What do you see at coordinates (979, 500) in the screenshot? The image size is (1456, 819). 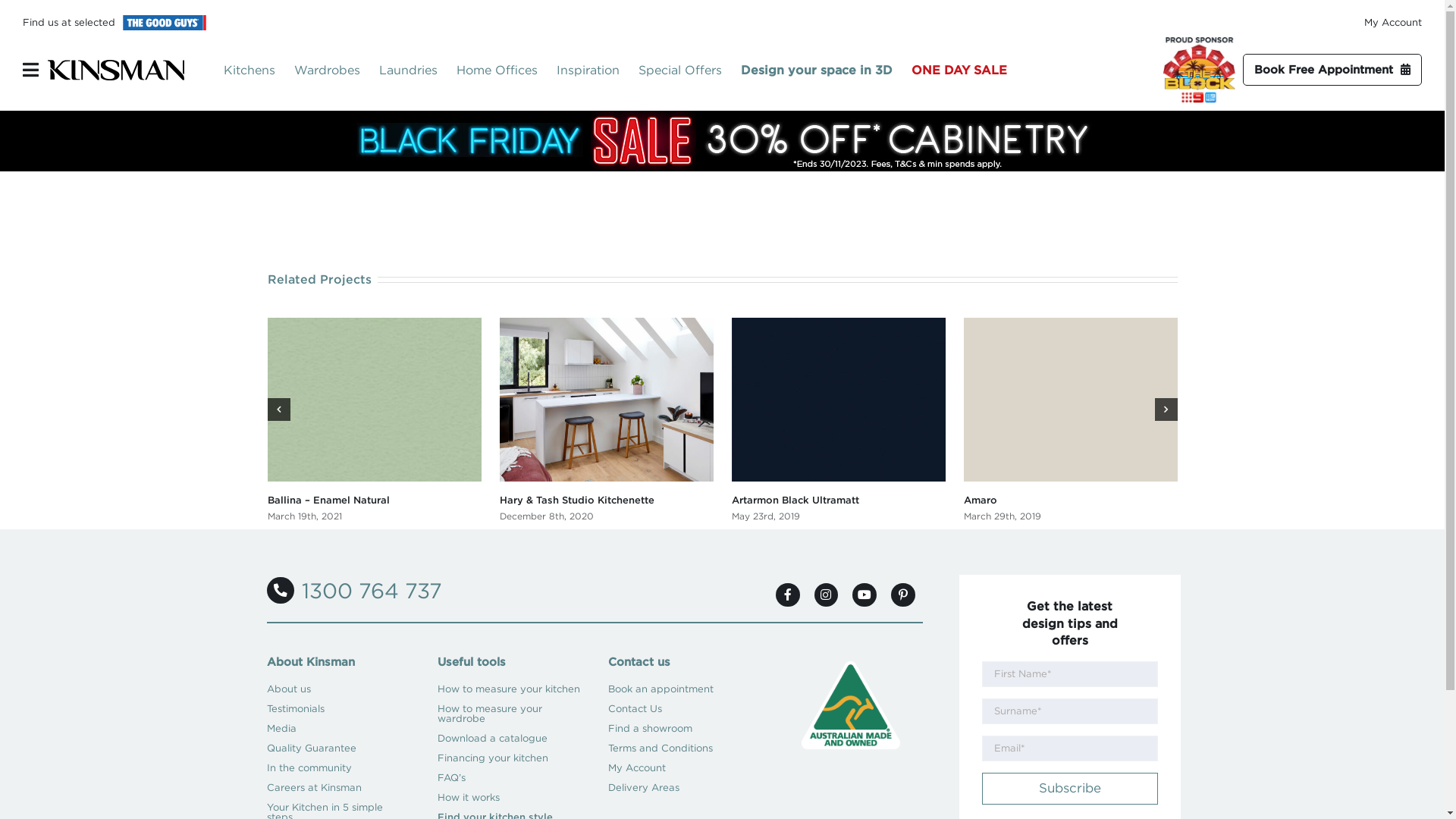 I see `'Amaro'` at bounding box center [979, 500].